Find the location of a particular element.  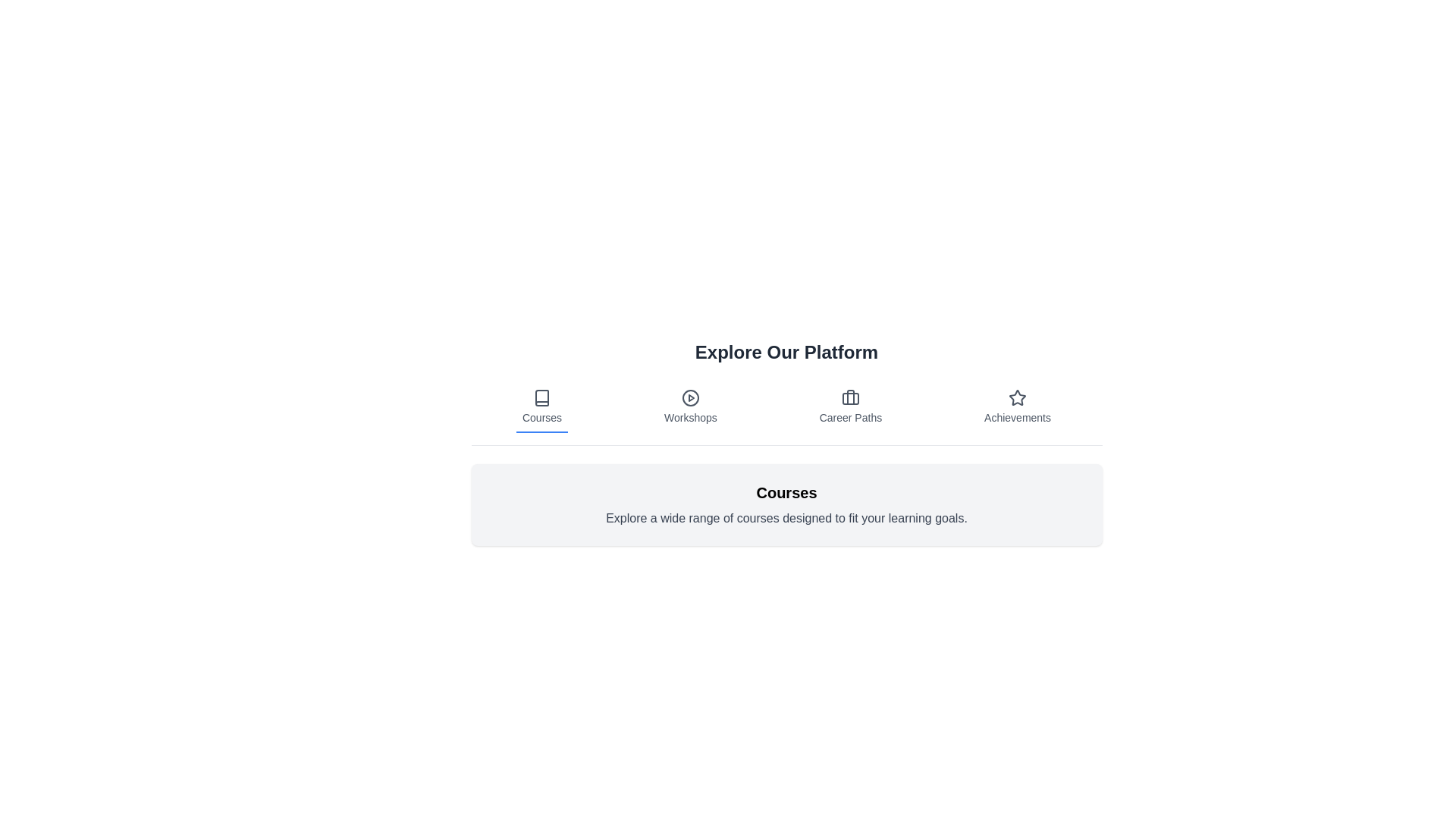

the tab corresponding to Career Paths is located at coordinates (850, 406).